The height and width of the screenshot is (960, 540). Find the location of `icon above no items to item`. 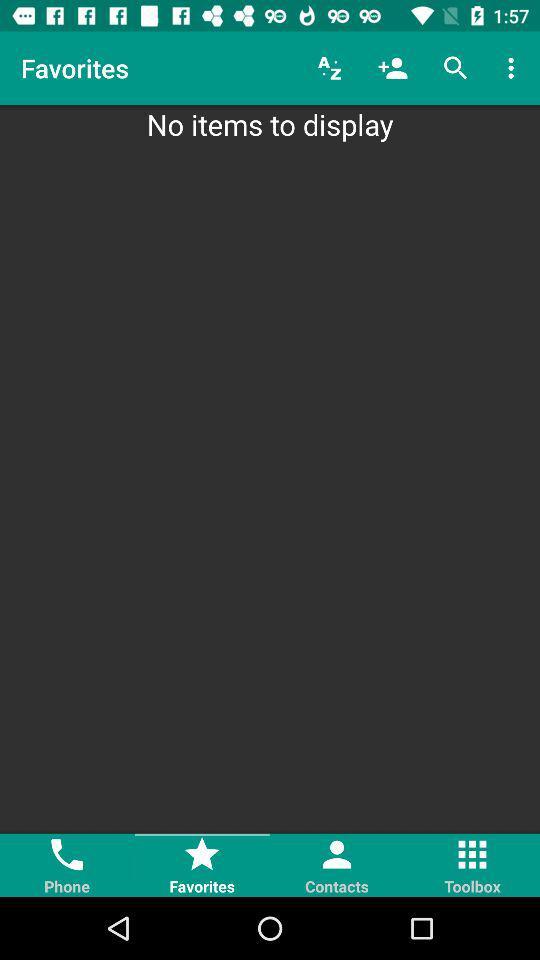

icon above no items to item is located at coordinates (455, 68).